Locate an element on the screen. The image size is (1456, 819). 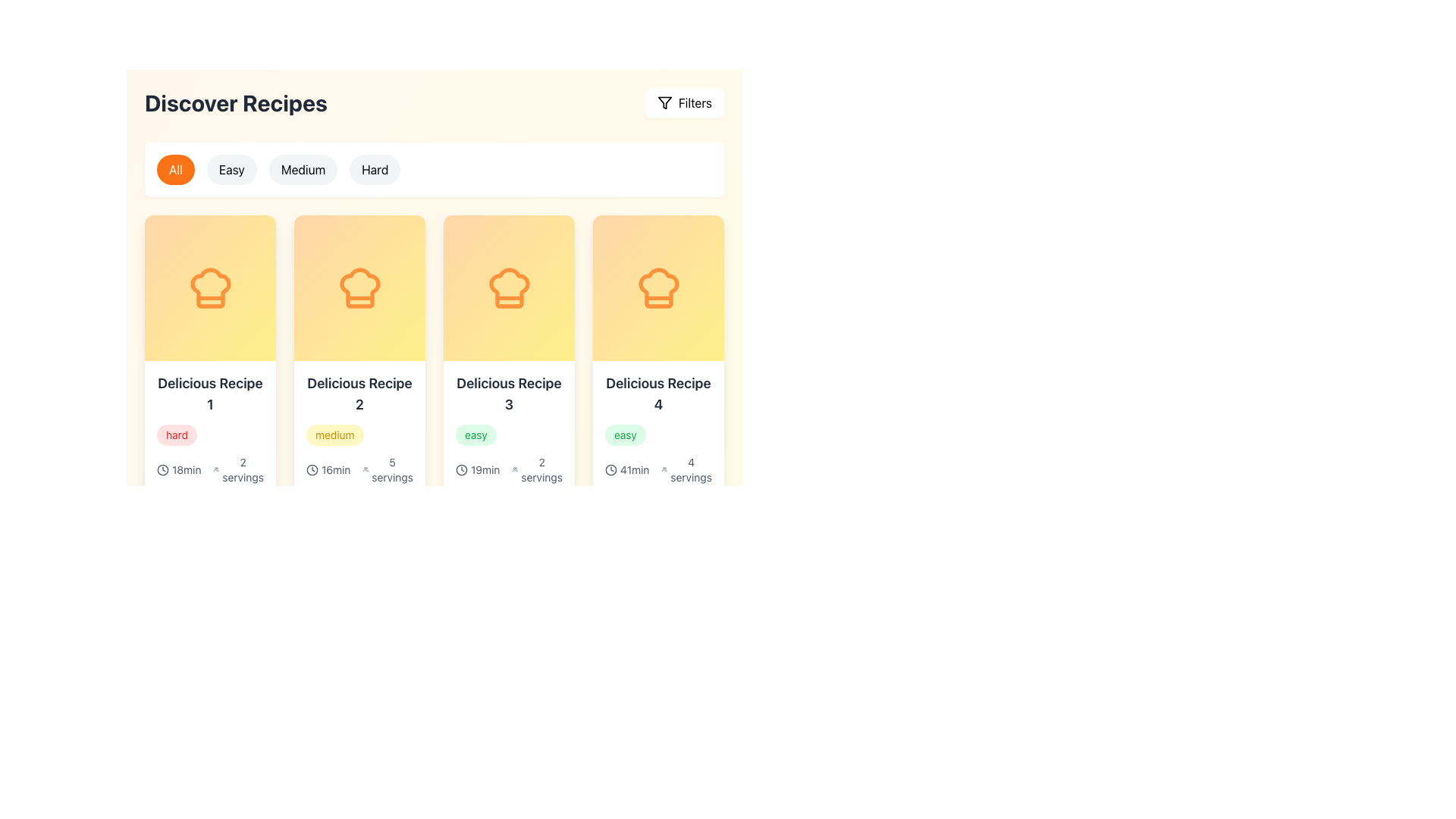
the title text label of the recipe card, which is located below the orange chef's hat icon and above other descriptive elements, in the third card from the left is located at coordinates (509, 394).